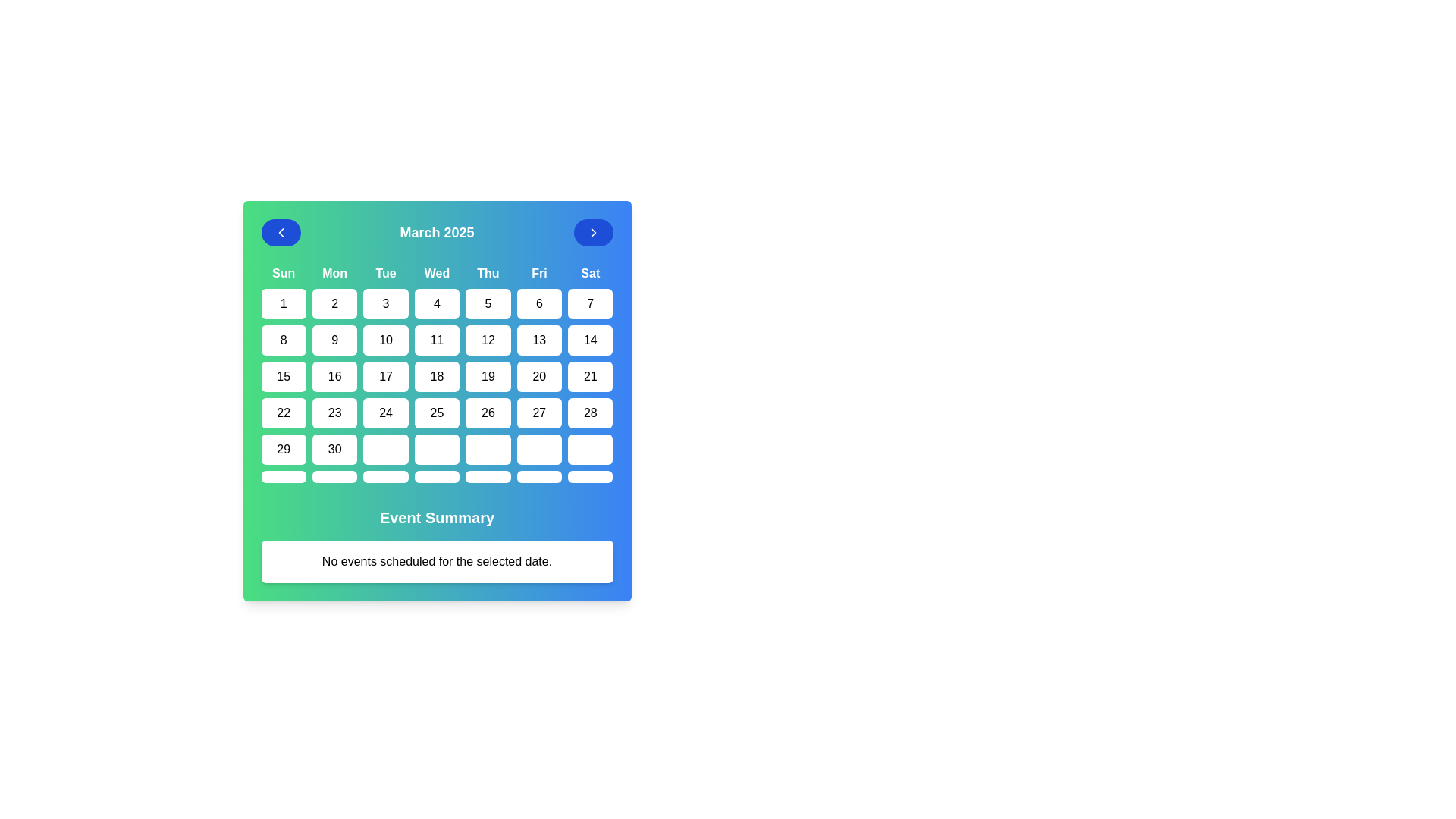 The width and height of the screenshot is (1456, 819). Describe the element at coordinates (488, 304) in the screenshot. I see `the small rectangular button with rounded corners containing the text '5' in black, located in the first row and fifth column of the calendar grid under the 'Thu' column heading` at that location.